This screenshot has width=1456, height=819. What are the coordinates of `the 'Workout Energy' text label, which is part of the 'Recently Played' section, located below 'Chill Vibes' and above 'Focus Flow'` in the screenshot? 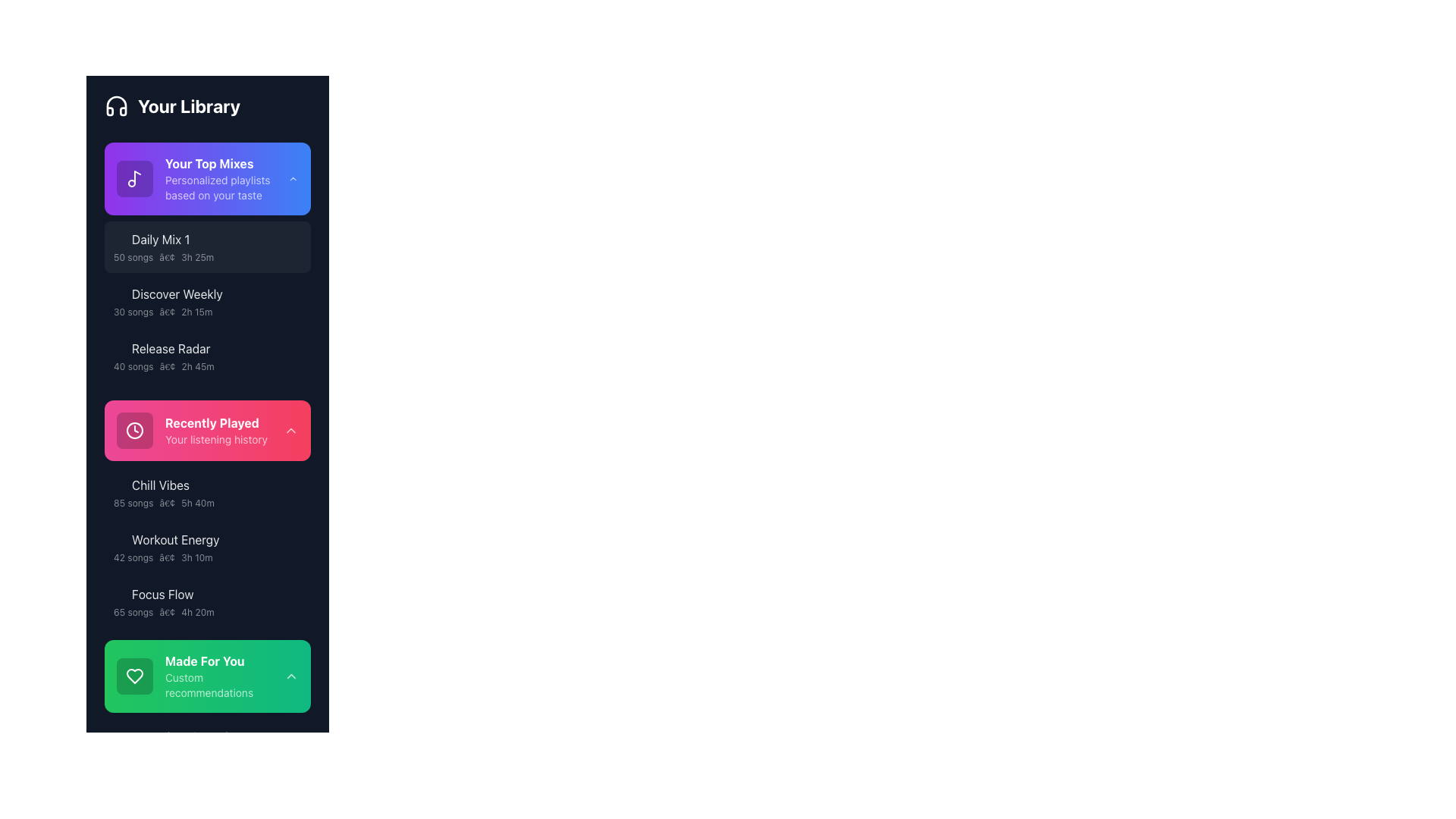 It's located at (175, 539).